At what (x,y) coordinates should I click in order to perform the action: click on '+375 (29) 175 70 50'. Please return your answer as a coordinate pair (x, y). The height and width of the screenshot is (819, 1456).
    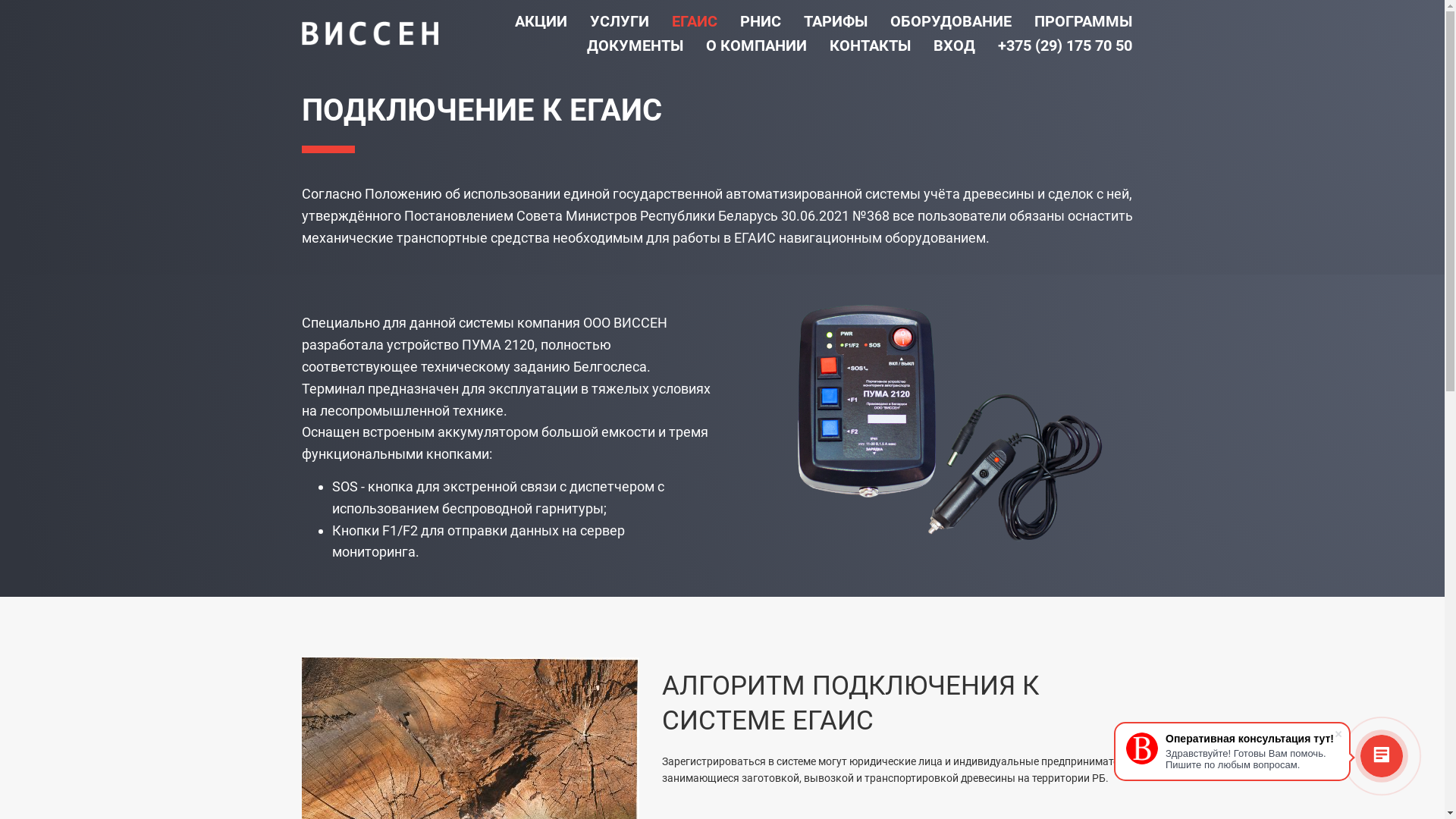
    Looking at the image, I should click on (1064, 45).